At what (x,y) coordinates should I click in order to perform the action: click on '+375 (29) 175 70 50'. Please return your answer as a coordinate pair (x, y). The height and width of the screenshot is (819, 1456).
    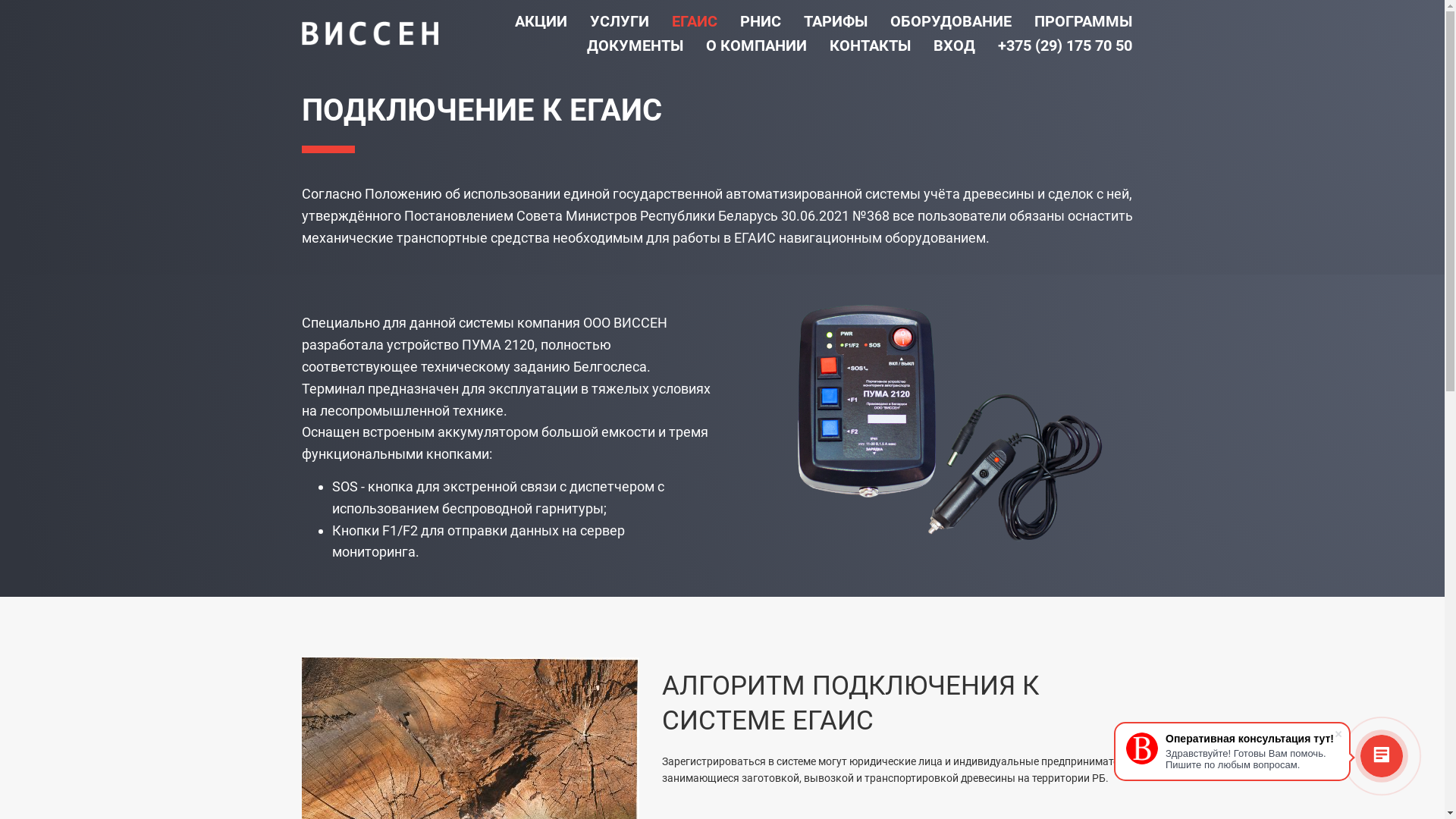
    Looking at the image, I should click on (1064, 45).